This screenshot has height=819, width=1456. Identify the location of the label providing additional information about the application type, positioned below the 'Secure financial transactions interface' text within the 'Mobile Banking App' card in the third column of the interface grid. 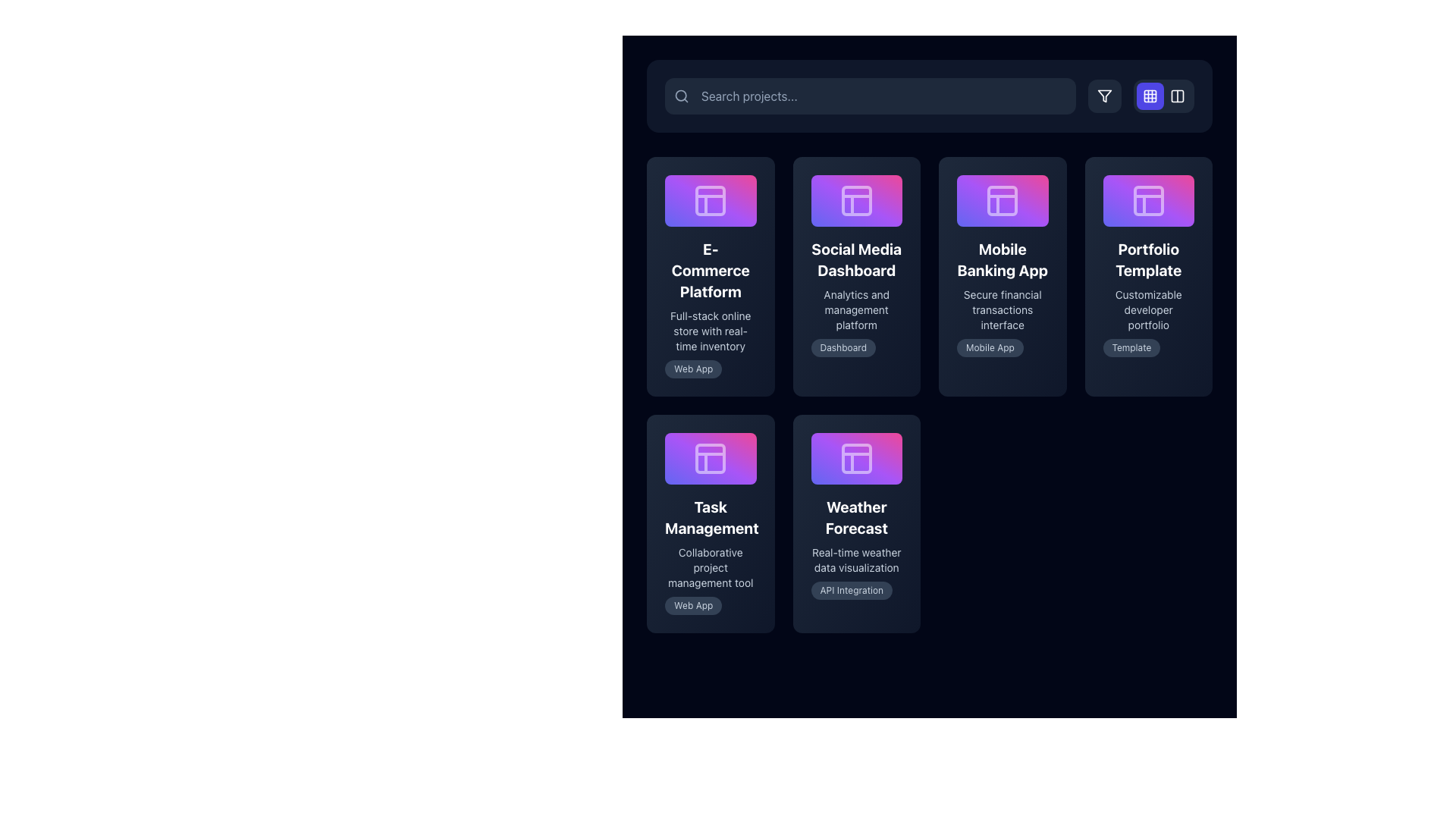
(1003, 347).